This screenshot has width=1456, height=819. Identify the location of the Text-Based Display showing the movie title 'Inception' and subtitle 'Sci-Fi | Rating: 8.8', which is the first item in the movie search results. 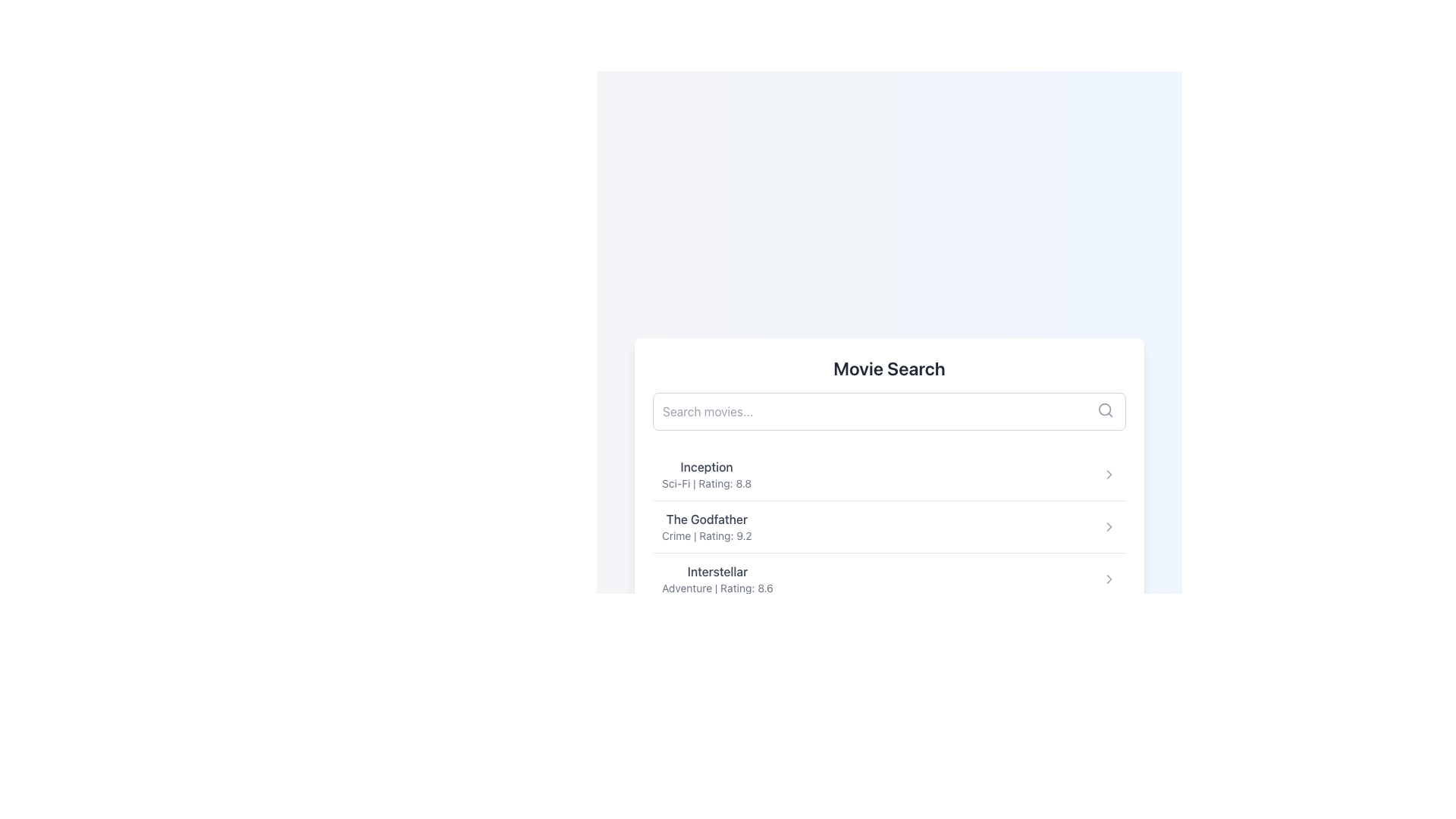
(705, 473).